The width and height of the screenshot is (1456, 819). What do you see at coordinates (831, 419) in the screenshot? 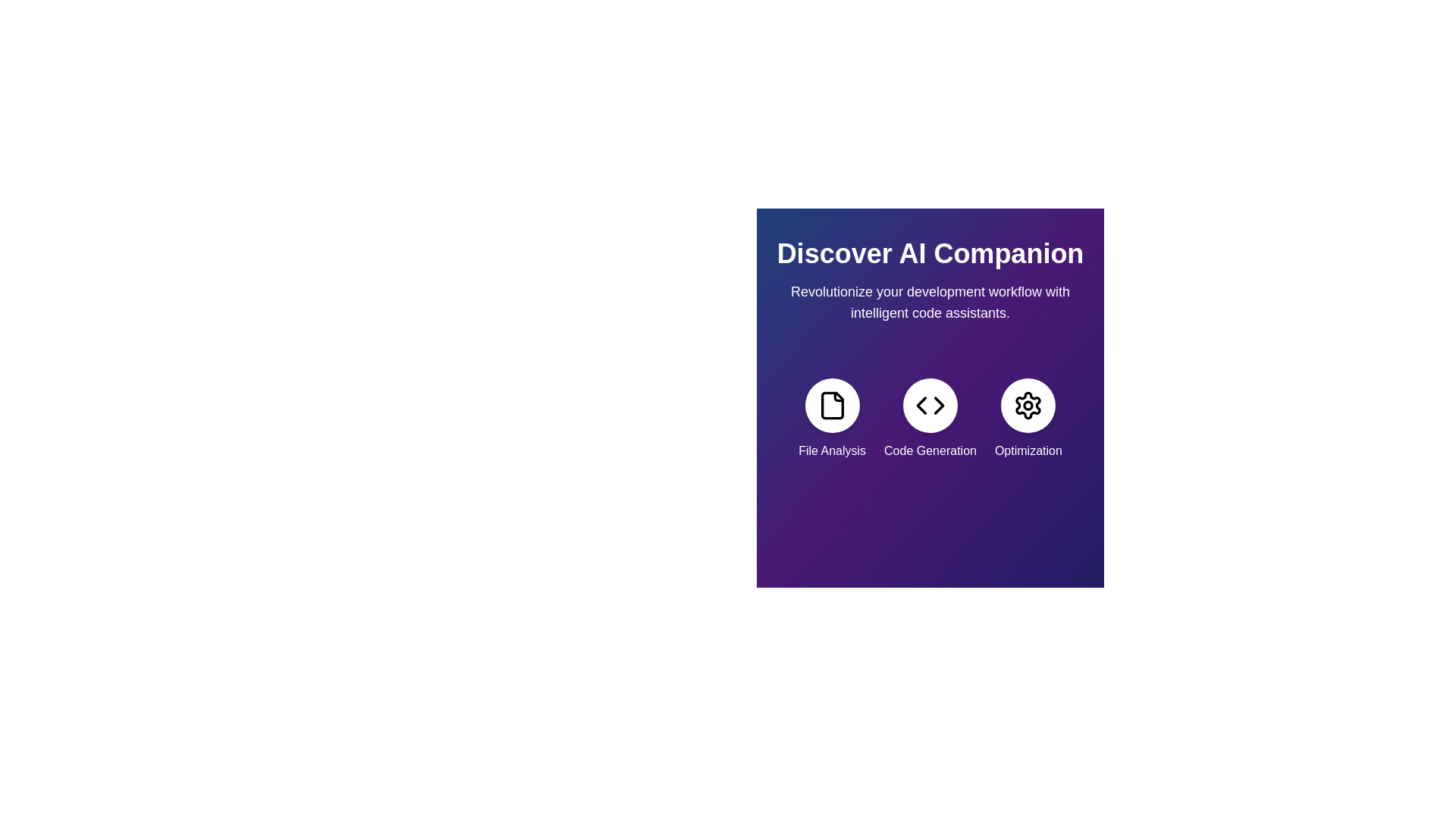
I see `the 'File Analysis' icon in the leftmost position of the menu` at bounding box center [831, 419].